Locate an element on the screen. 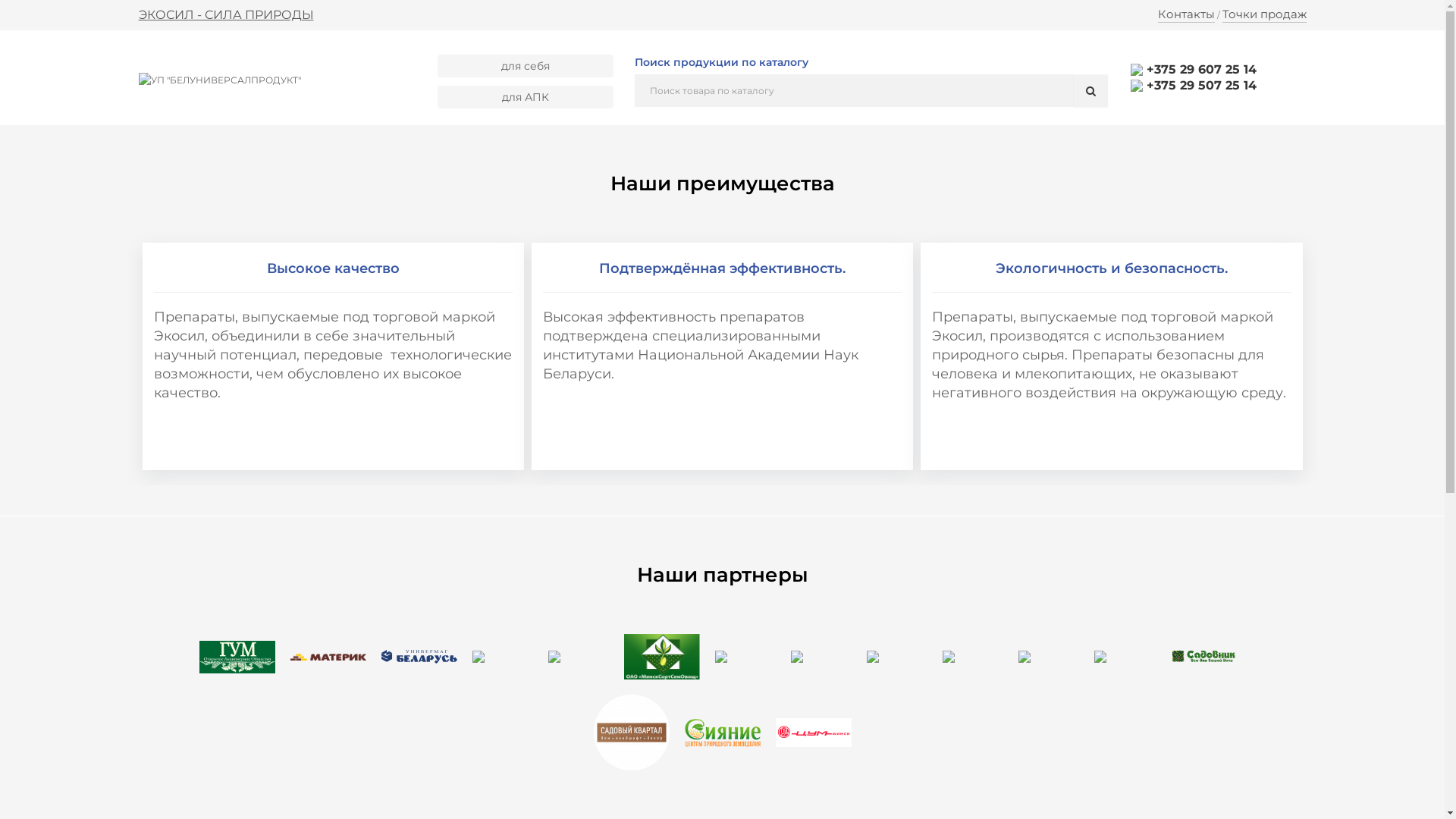 The image size is (1456, 819). '+375 29 607 25 14' is located at coordinates (1131, 69).